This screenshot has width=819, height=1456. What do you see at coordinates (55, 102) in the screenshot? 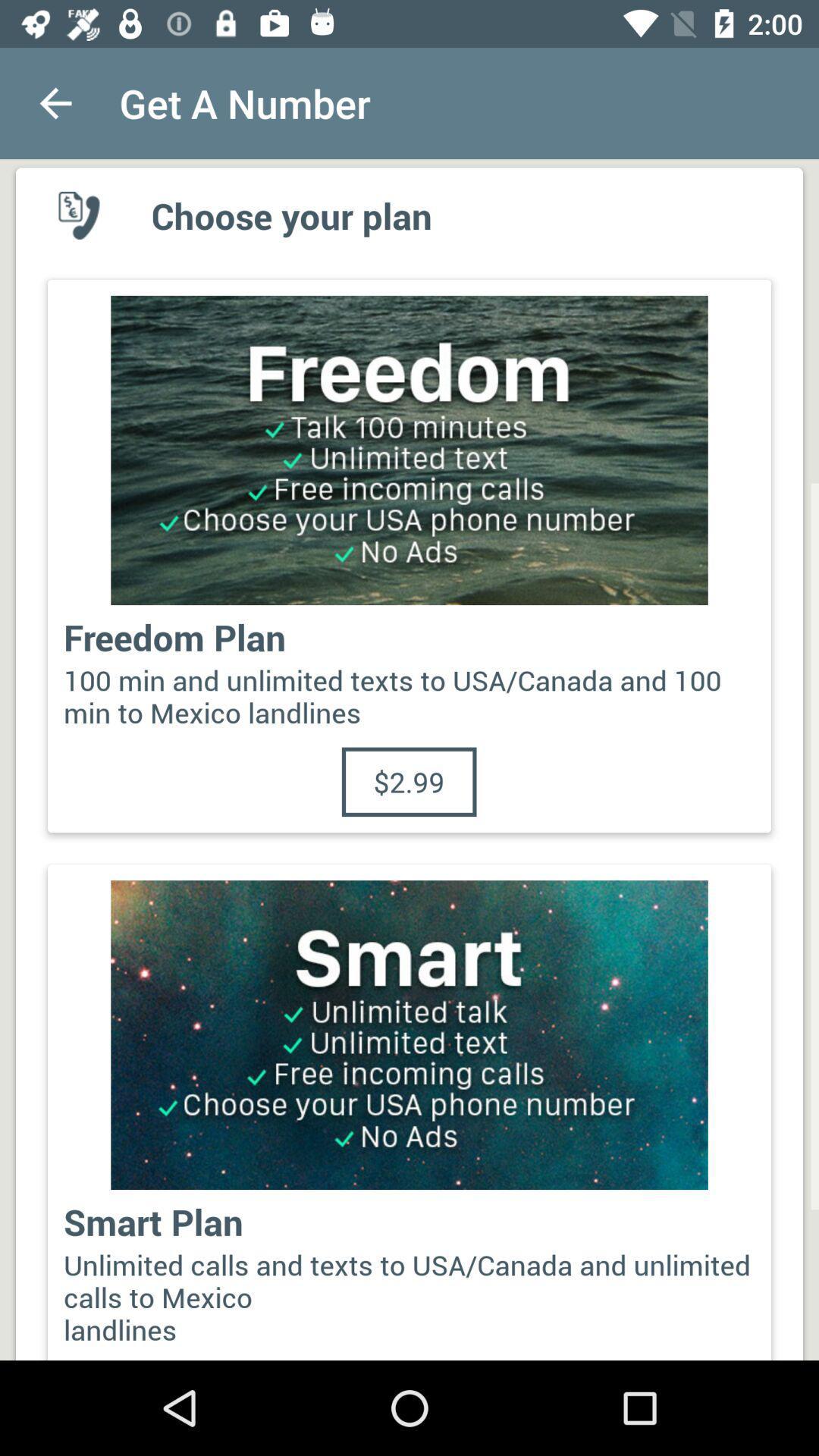
I see `the item to the left of the get a number app` at bounding box center [55, 102].